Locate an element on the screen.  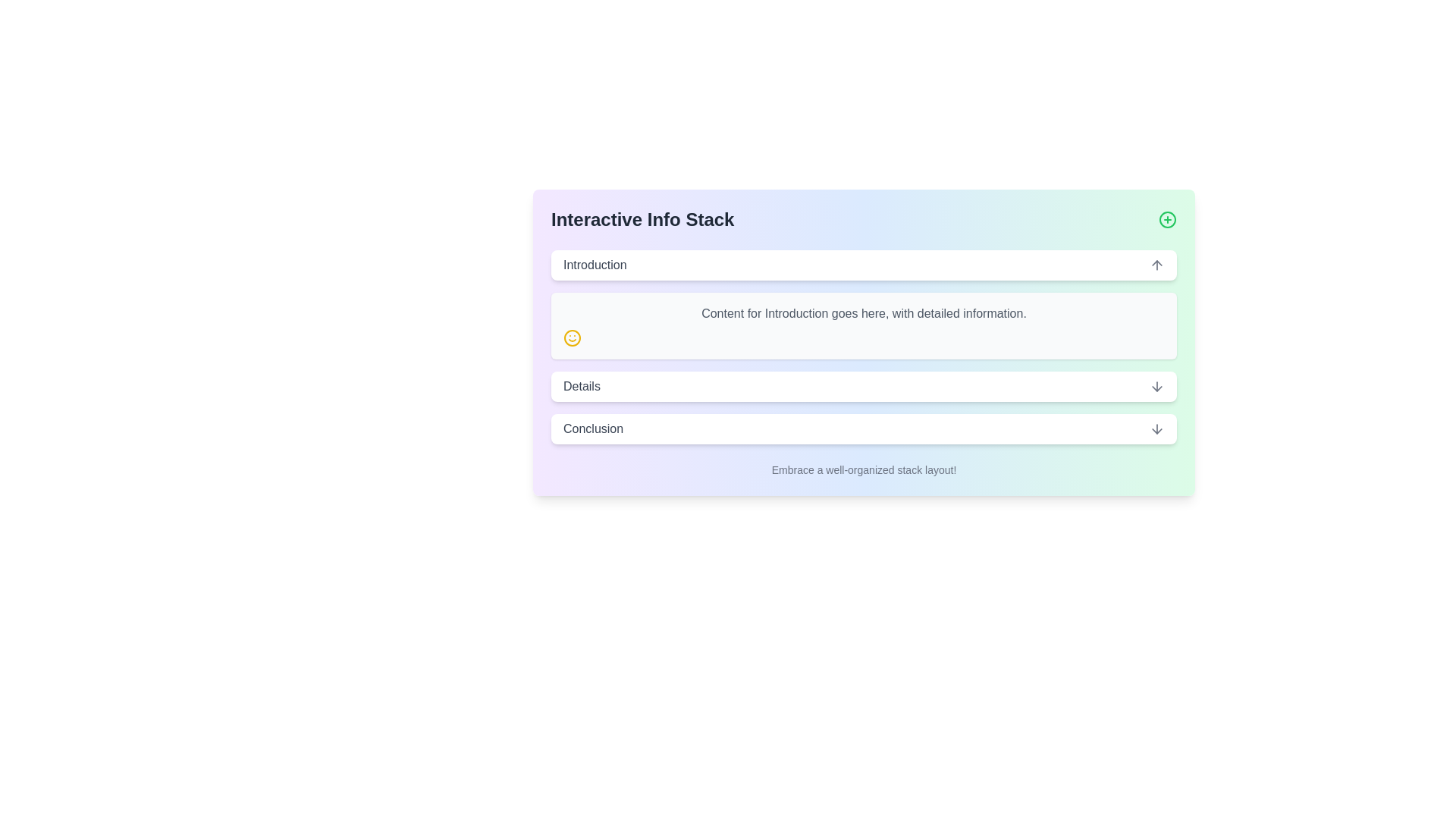
the Text Display Block located directly under the 'Introduction' header, which presents descriptive and informational text is located at coordinates (864, 325).